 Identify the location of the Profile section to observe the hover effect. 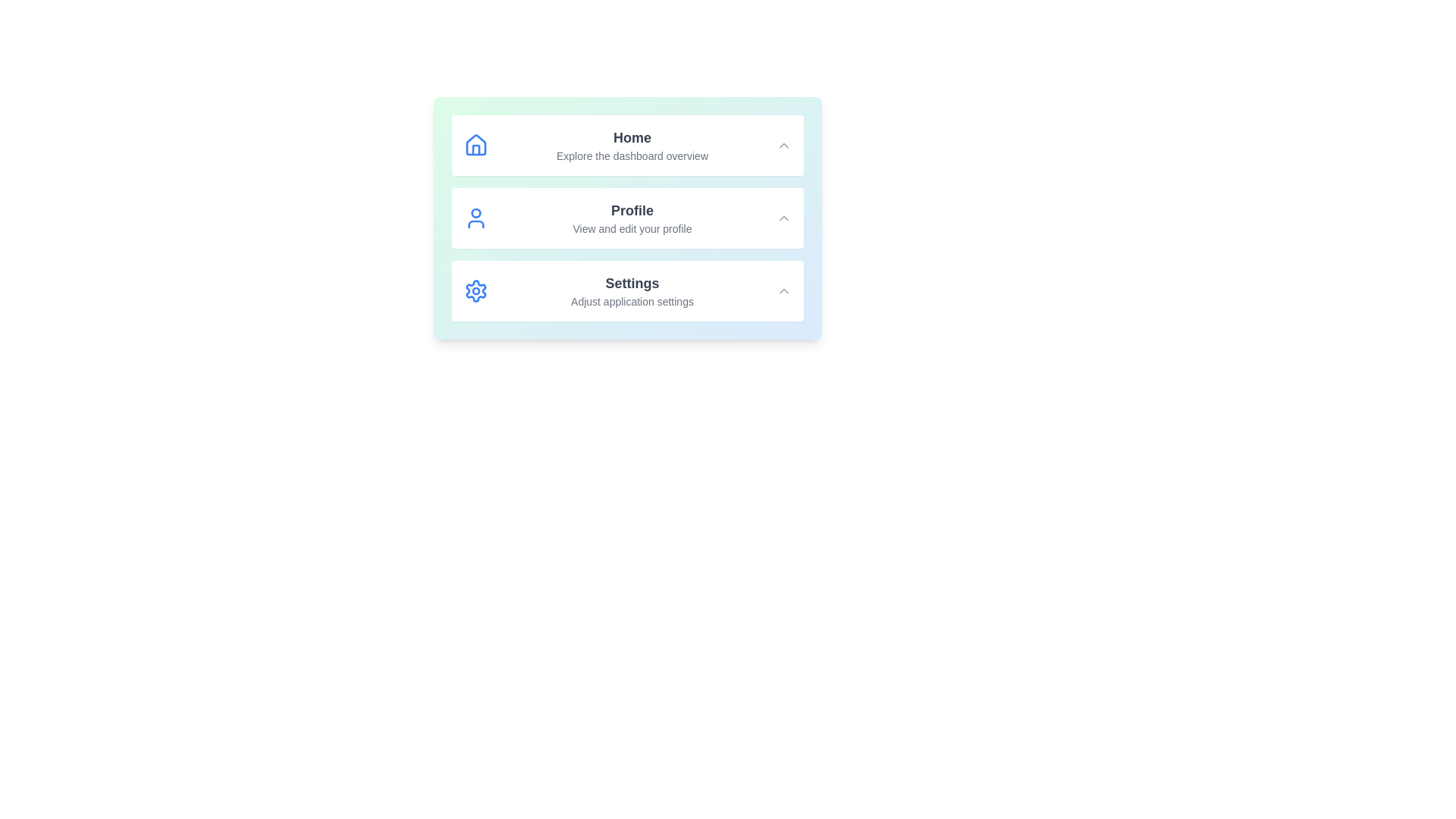
(628, 218).